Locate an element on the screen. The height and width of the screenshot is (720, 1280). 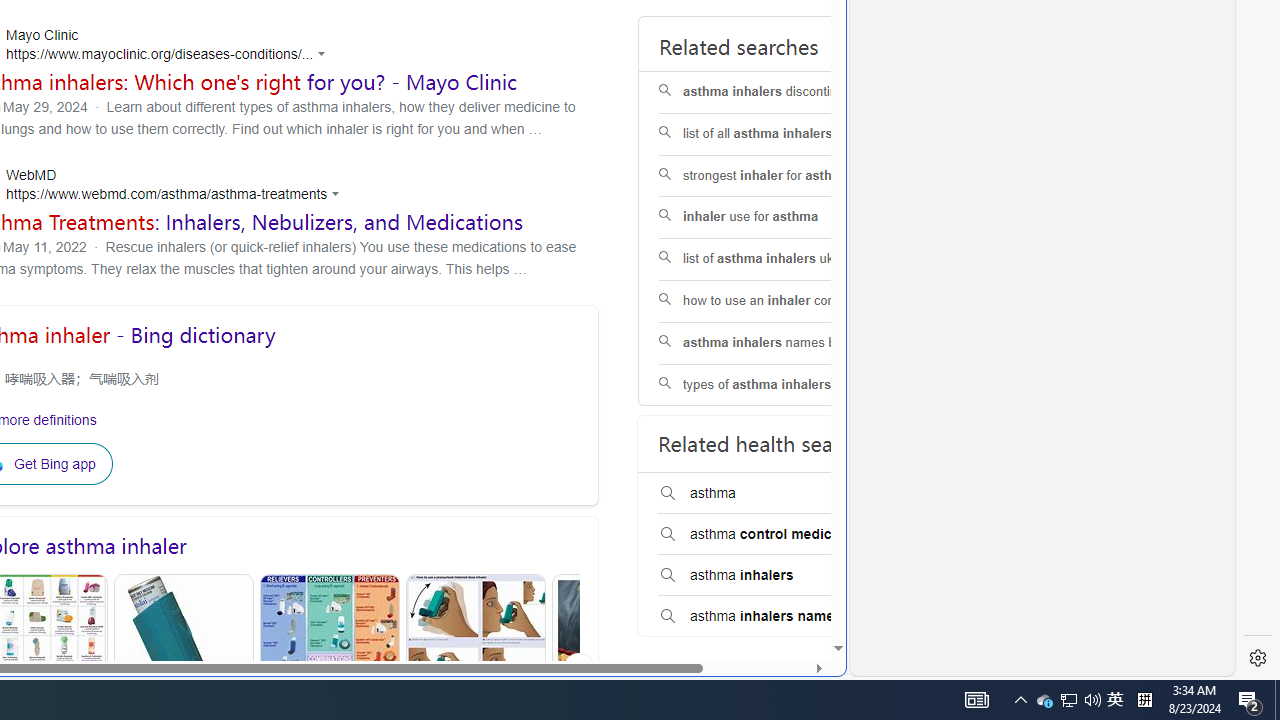
'asthma inhalers names' is located at coordinates (784, 615).